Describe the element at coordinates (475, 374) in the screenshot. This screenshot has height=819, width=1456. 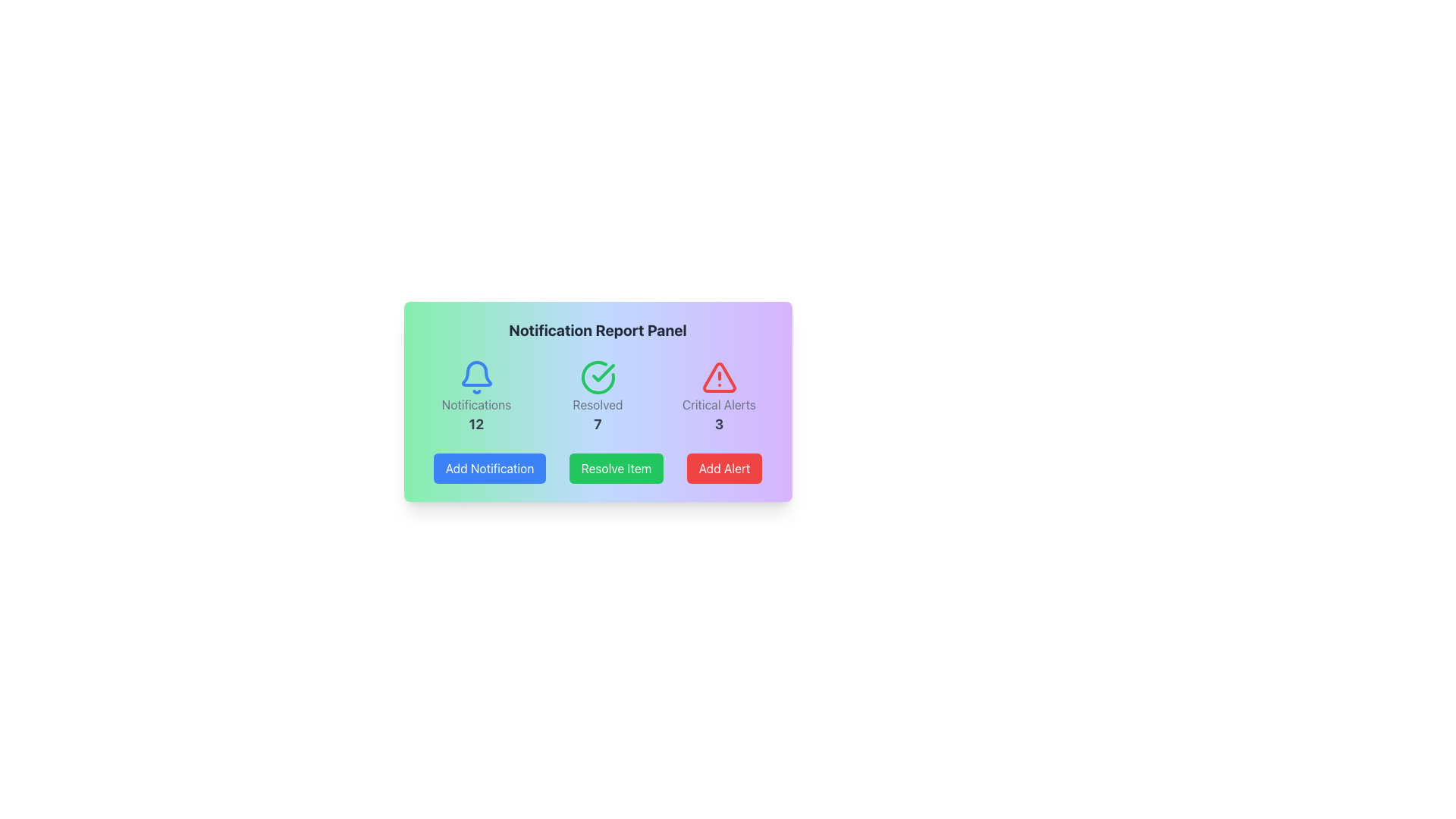
I see `bell-shaped icon in the Notifications section, which is styled in blue and positioned above the text 'Notifications' and '12'` at that location.